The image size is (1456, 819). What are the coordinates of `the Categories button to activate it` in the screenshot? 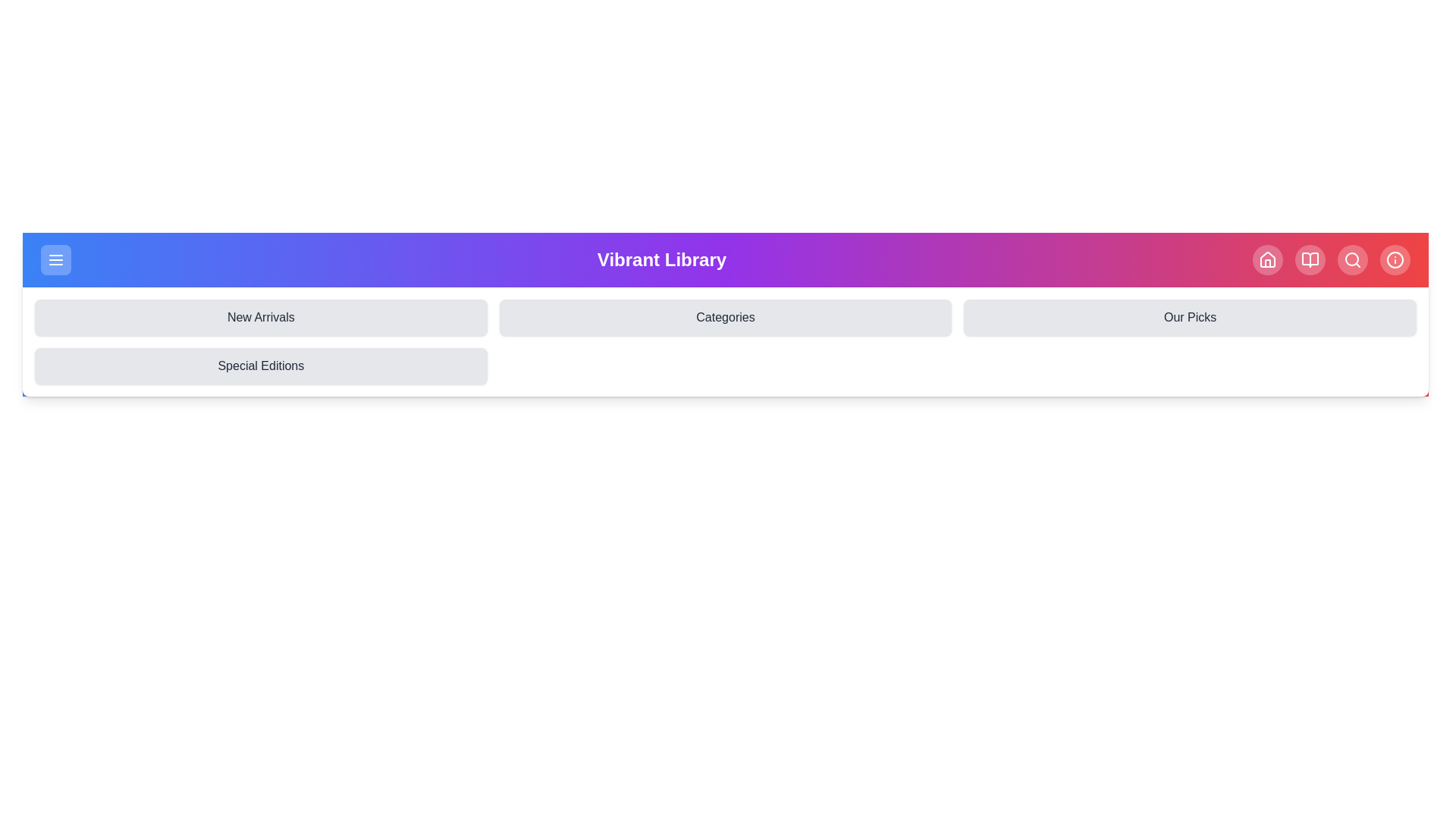 It's located at (724, 317).